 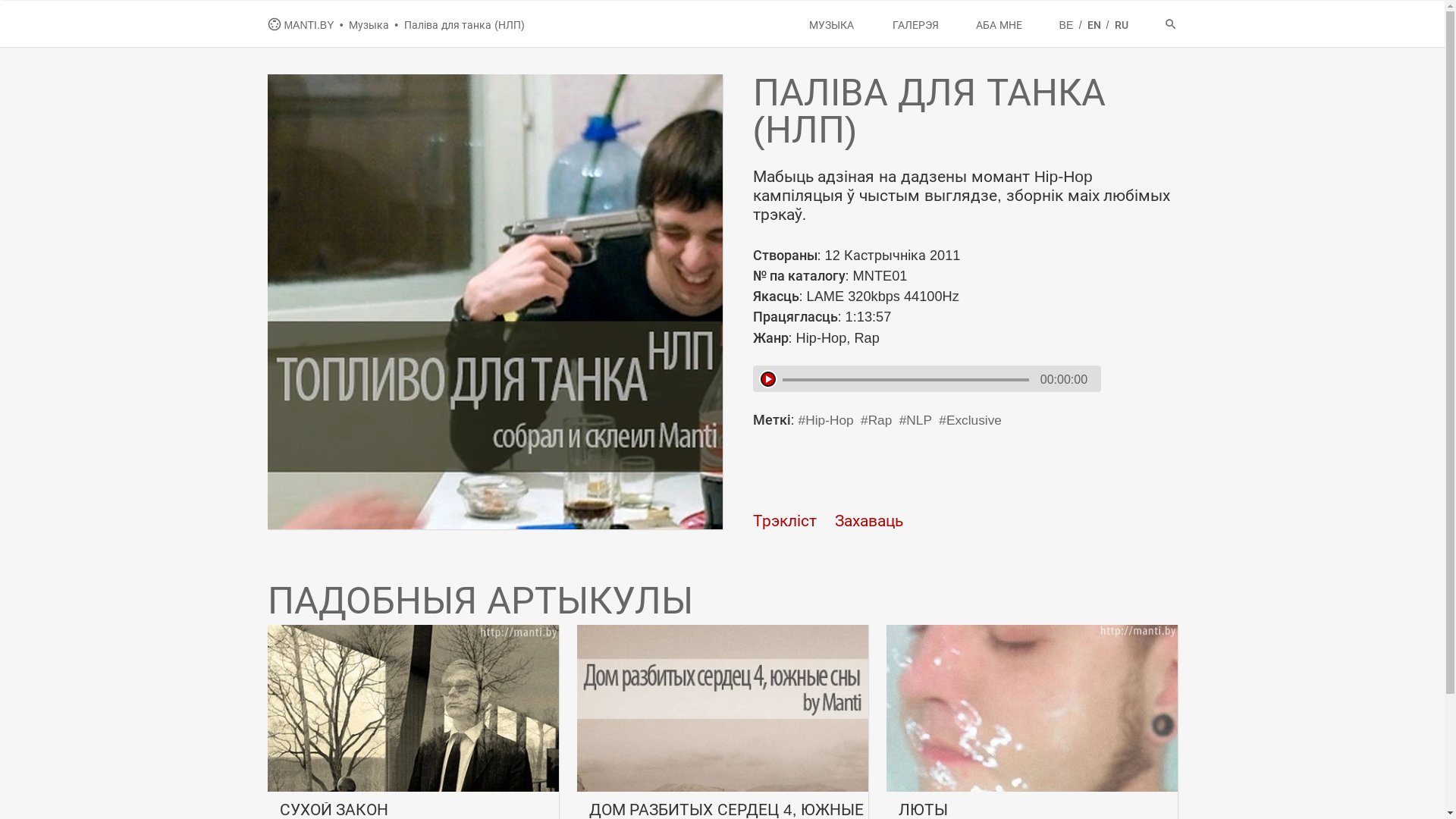 What do you see at coordinates (1095, 25) in the screenshot?
I see `'EN'` at bounding box center [1095, 25].